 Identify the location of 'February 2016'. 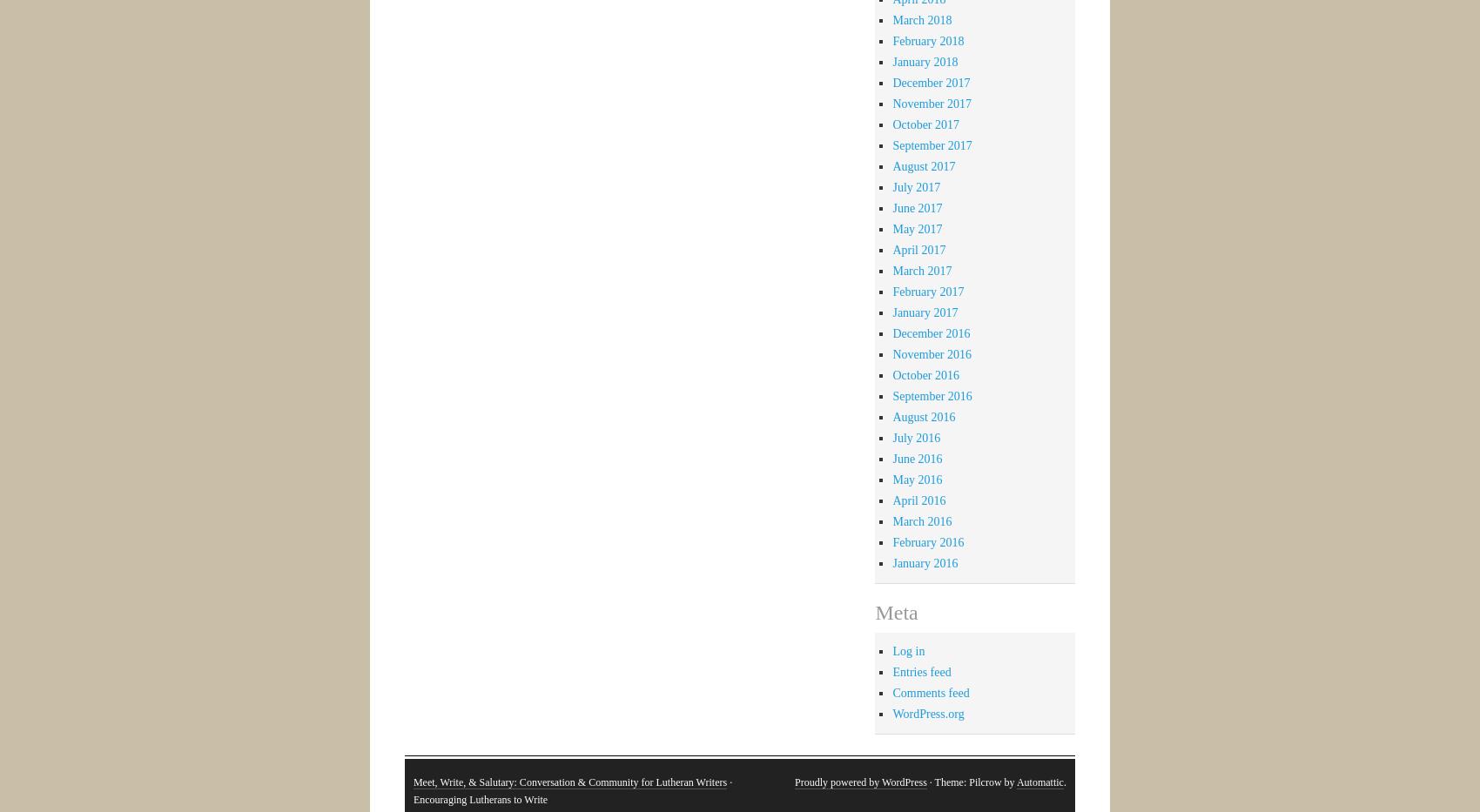
(928, 541).